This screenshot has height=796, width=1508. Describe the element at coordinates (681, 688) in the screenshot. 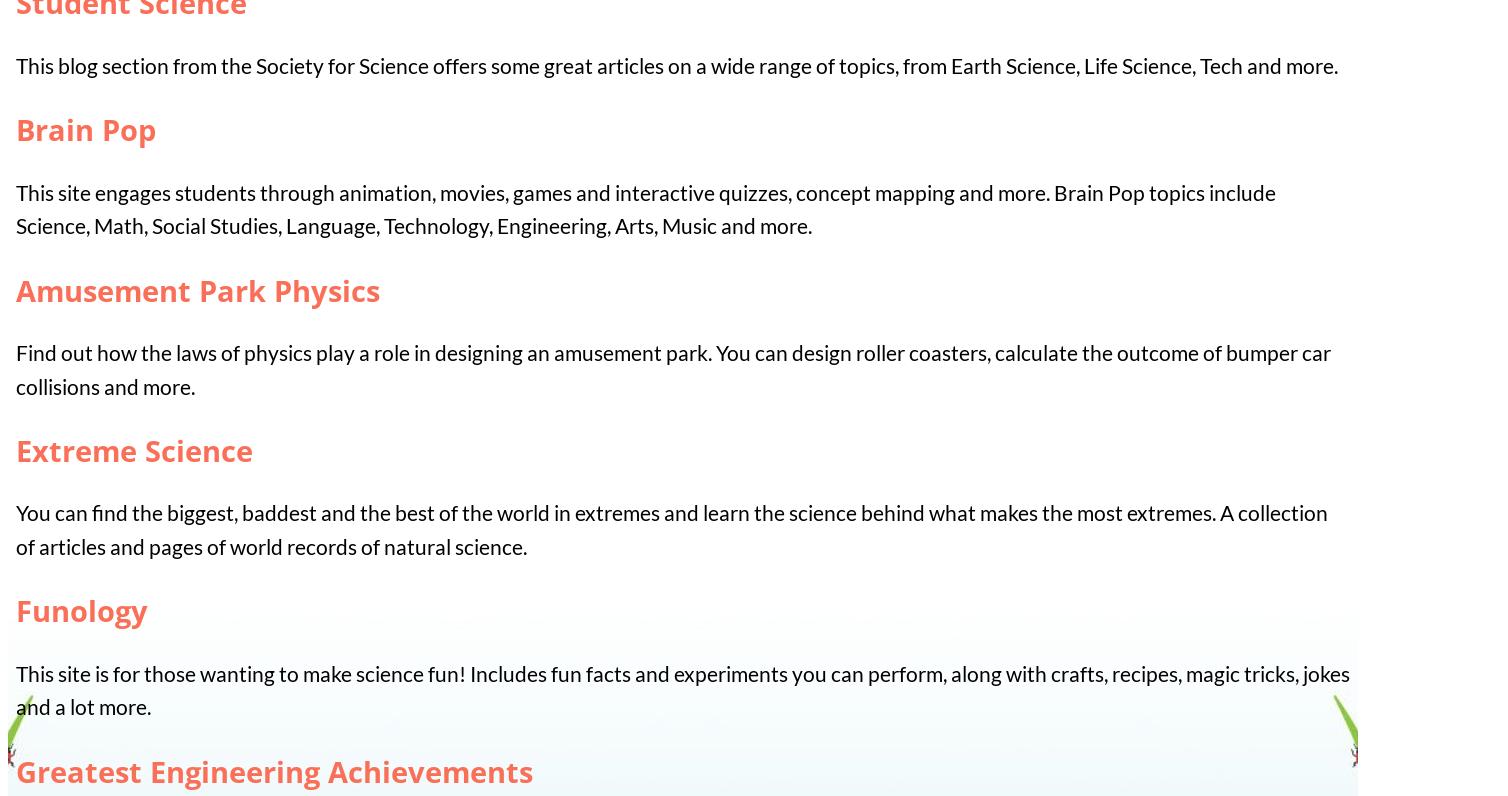

I see `'This site is for those wanting to make science fun! Includes fun facts and experiments you can perform, along with crafts, recipes, magic tricks, jokes and a lot more.'` at that location.